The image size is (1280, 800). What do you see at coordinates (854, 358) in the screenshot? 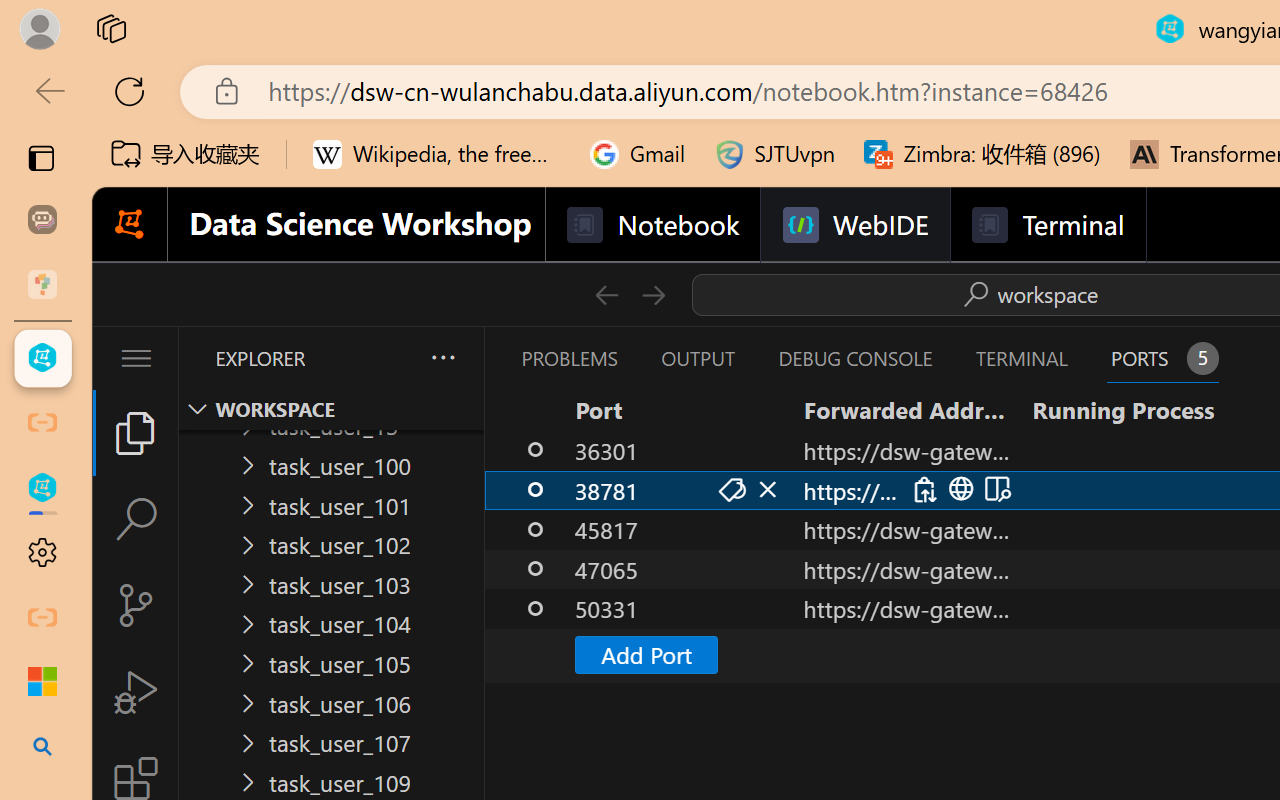
I see `'Debug Console (Ctrl+Shift+Y)'` at bounding box center [854, 358].